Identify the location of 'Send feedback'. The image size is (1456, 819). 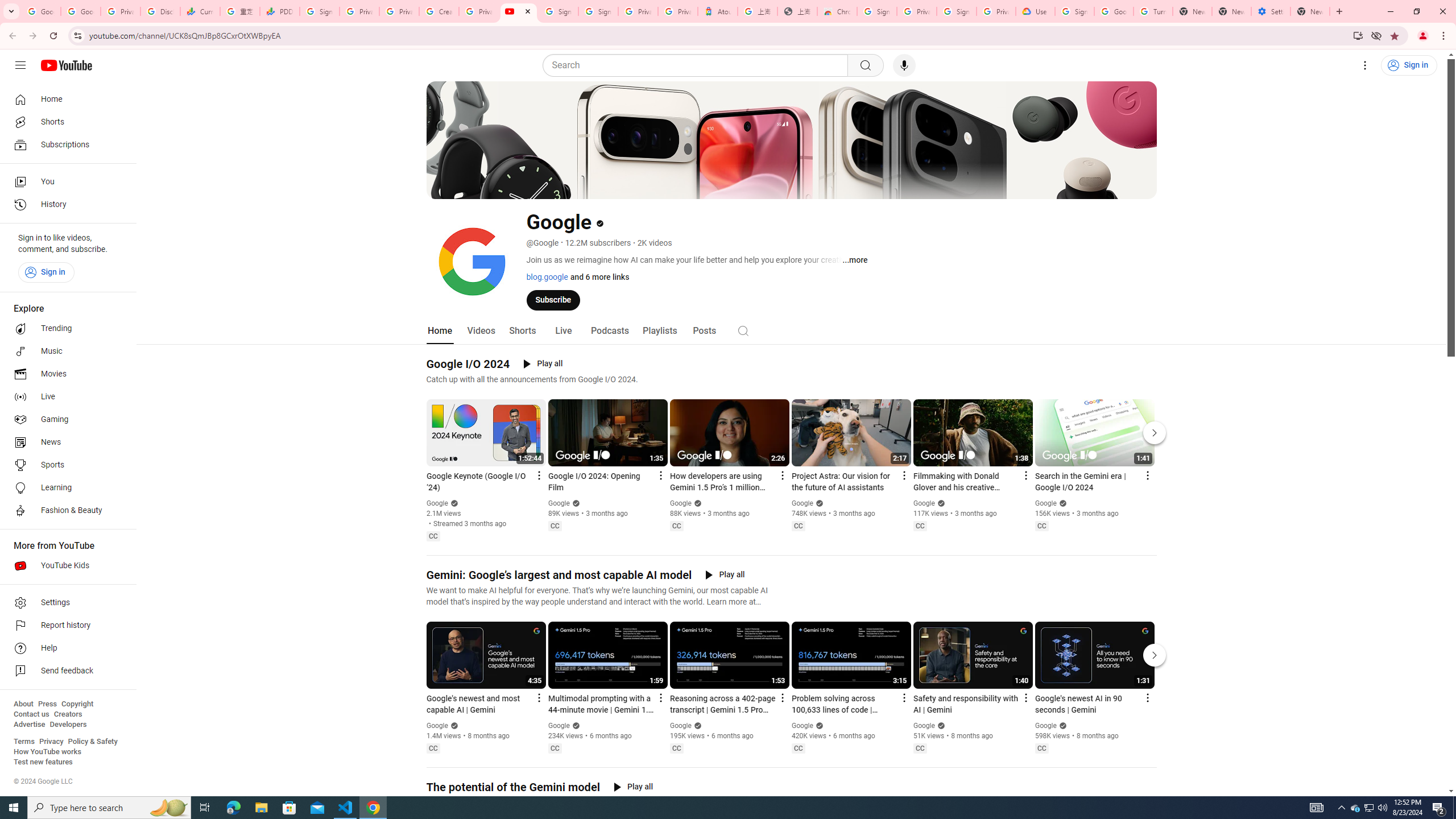
(64, 671).